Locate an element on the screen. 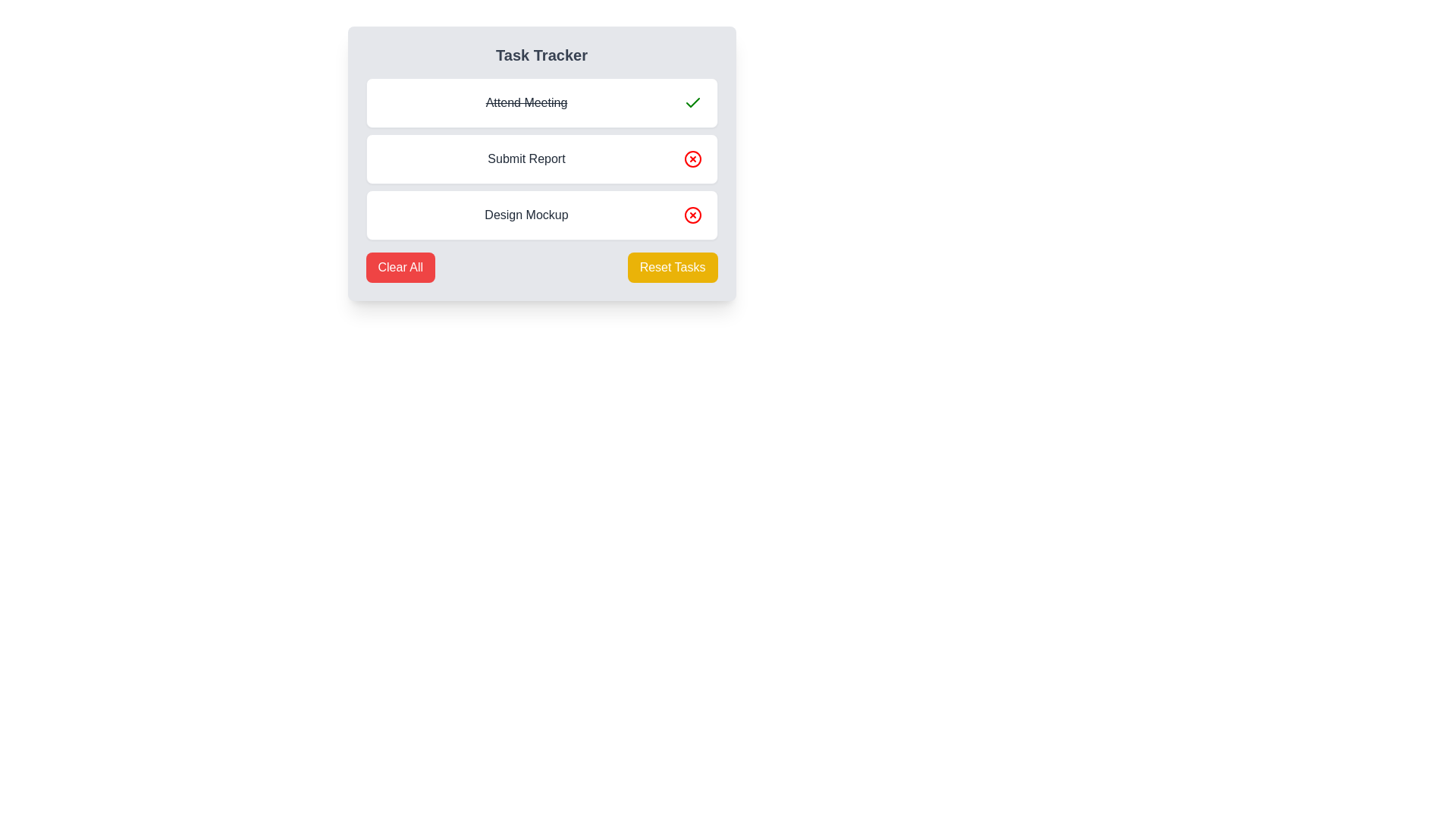  the circular red cross icon button located to the right of the 'Submit Report' text in the second item of the vertically-stacked list is located at coordinates (692, 158).